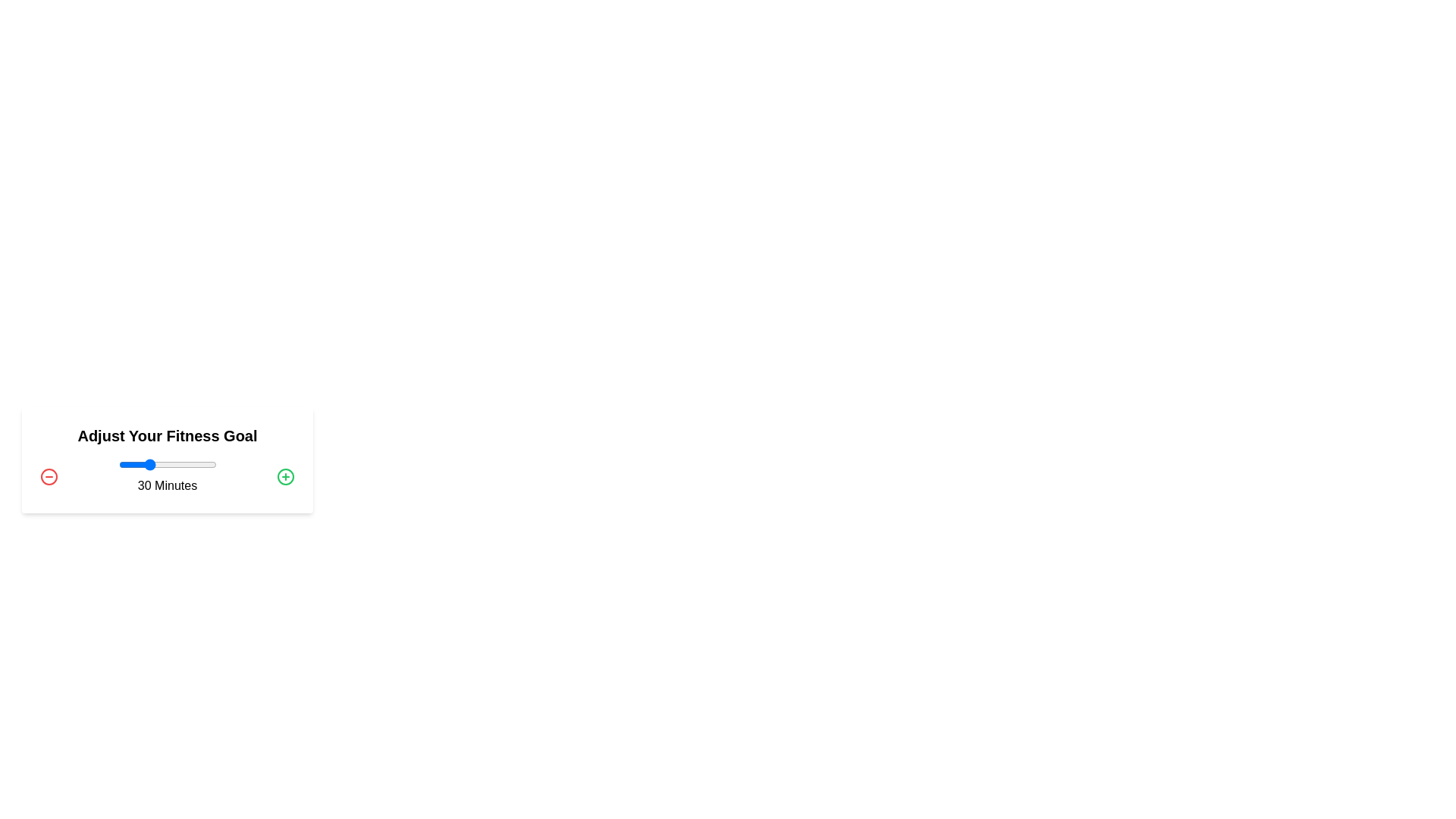 The image size is (1456, 819). What do you see at coordinates (139, 464) in the screenshot?
I see `the slider` at bounding box center [139, 464].